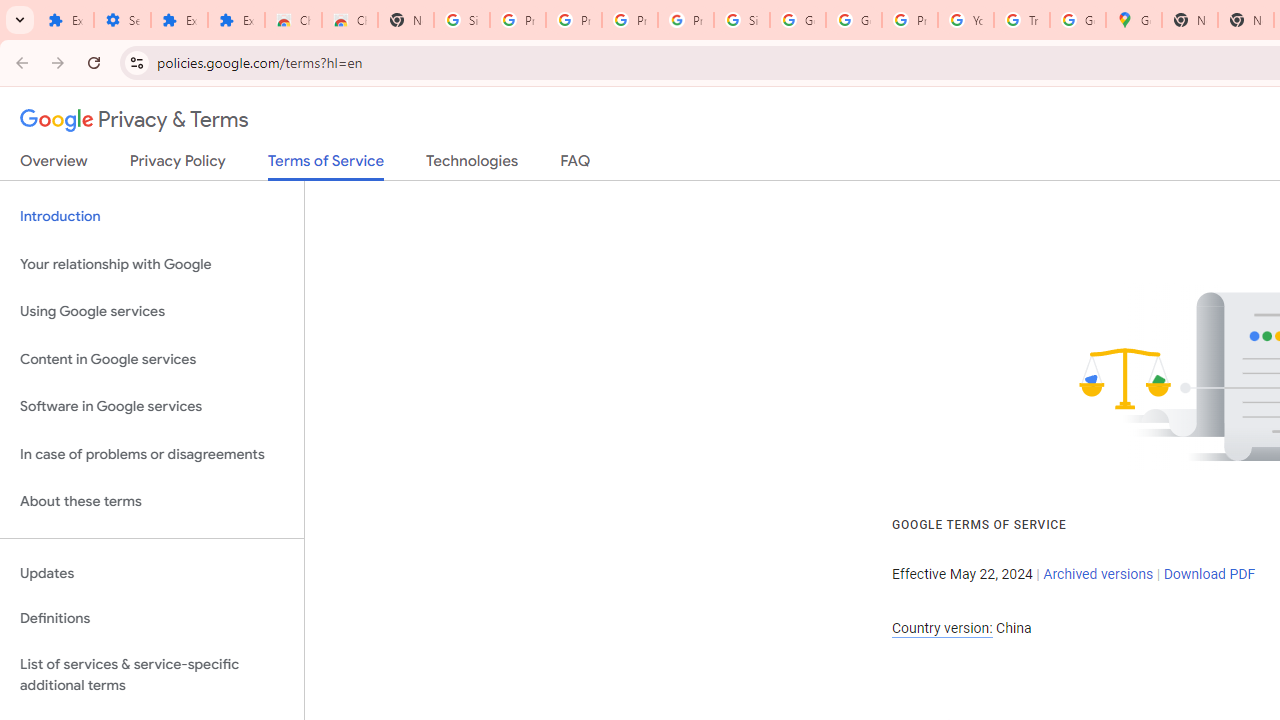 This screenshot has width=1280, height=720. Describe the element at coordinates (151, 312) in the screenshot. I see `'Using Google services'` at that location.